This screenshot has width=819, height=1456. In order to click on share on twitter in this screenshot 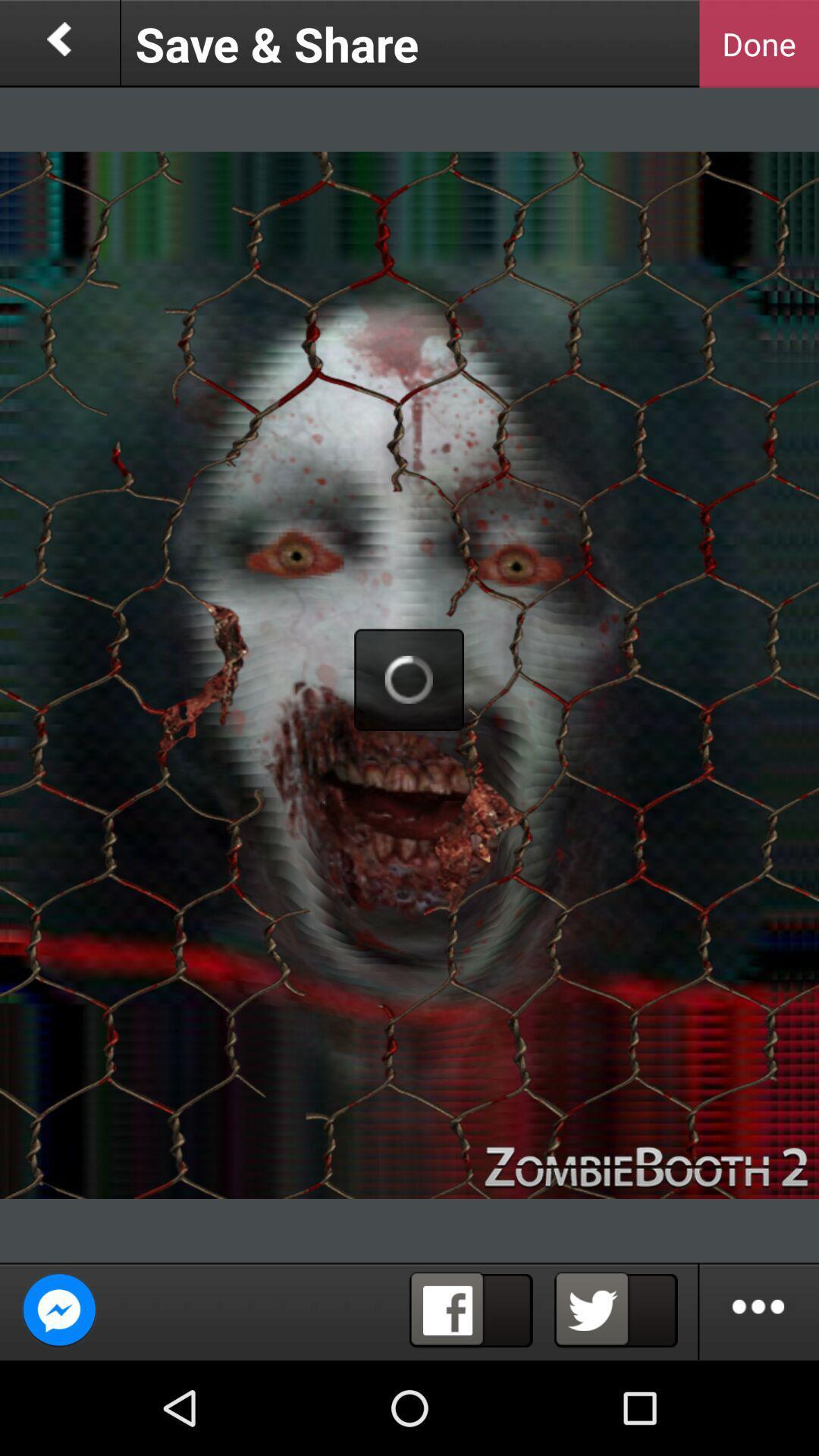, I will do `click(616, 1310)`.